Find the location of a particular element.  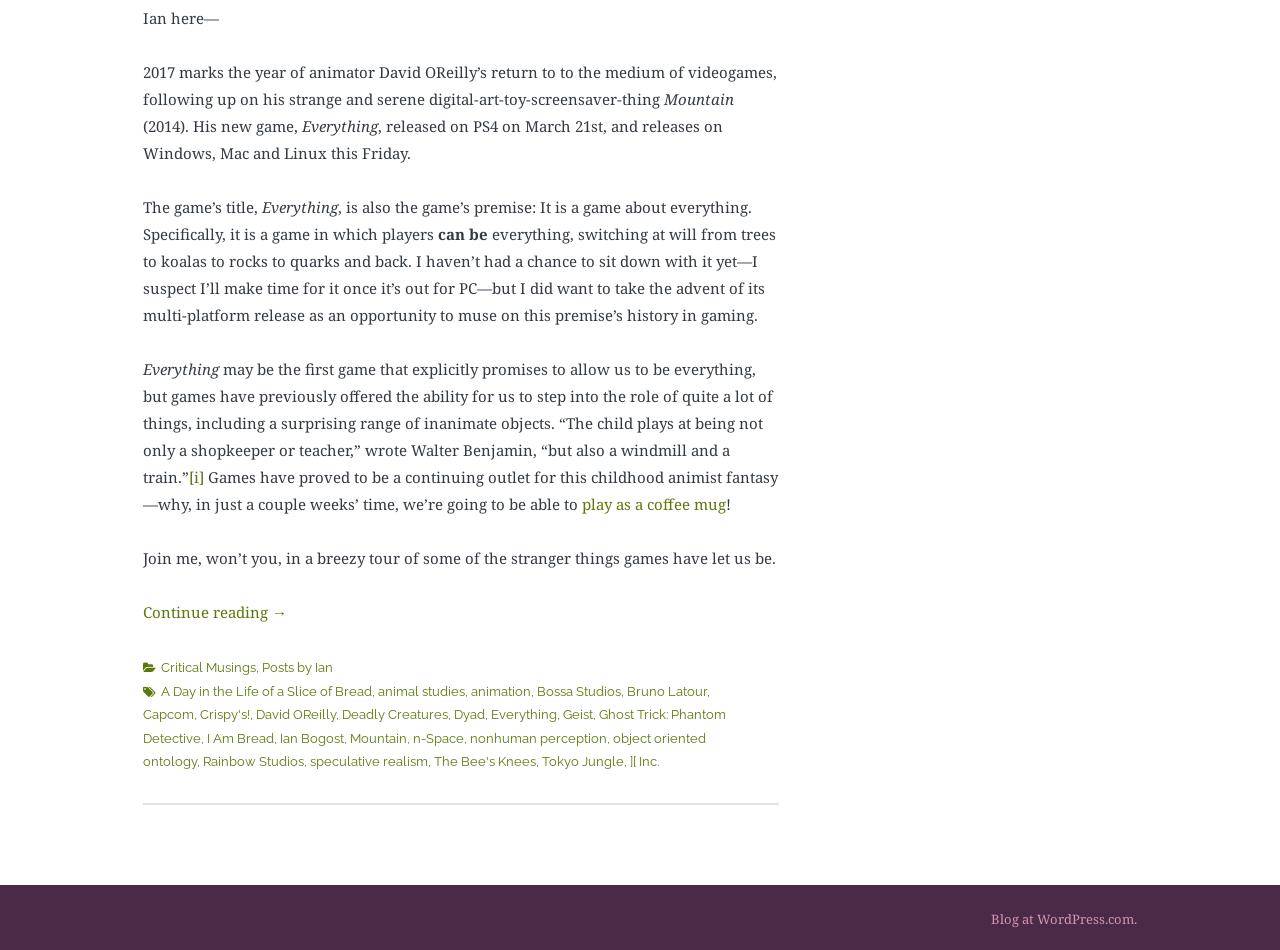

'speculative realism' is located at coordinates (369, 760).